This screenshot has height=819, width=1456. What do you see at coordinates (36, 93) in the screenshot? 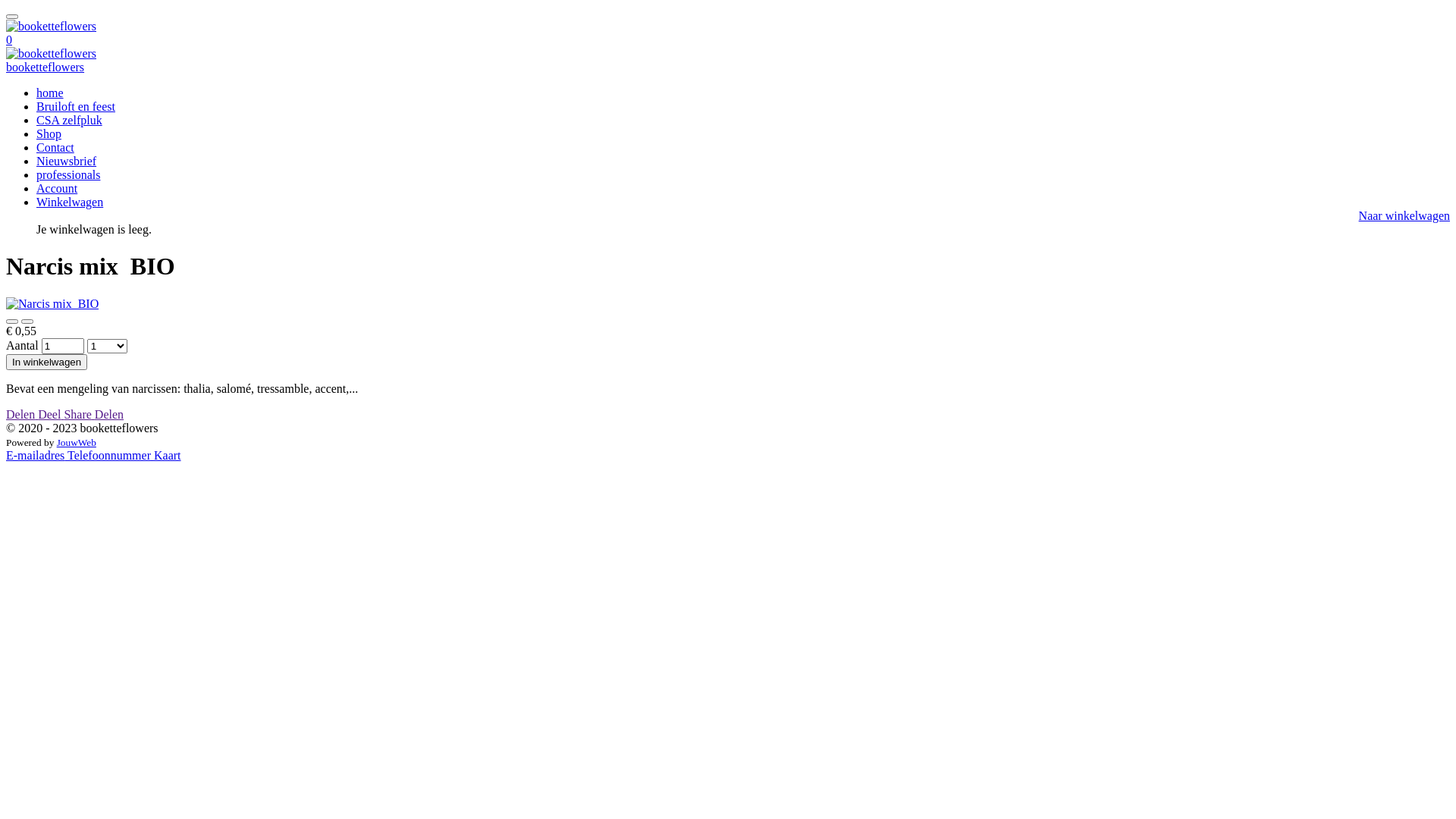
I see `'home'` at bounding box center [36, 93].